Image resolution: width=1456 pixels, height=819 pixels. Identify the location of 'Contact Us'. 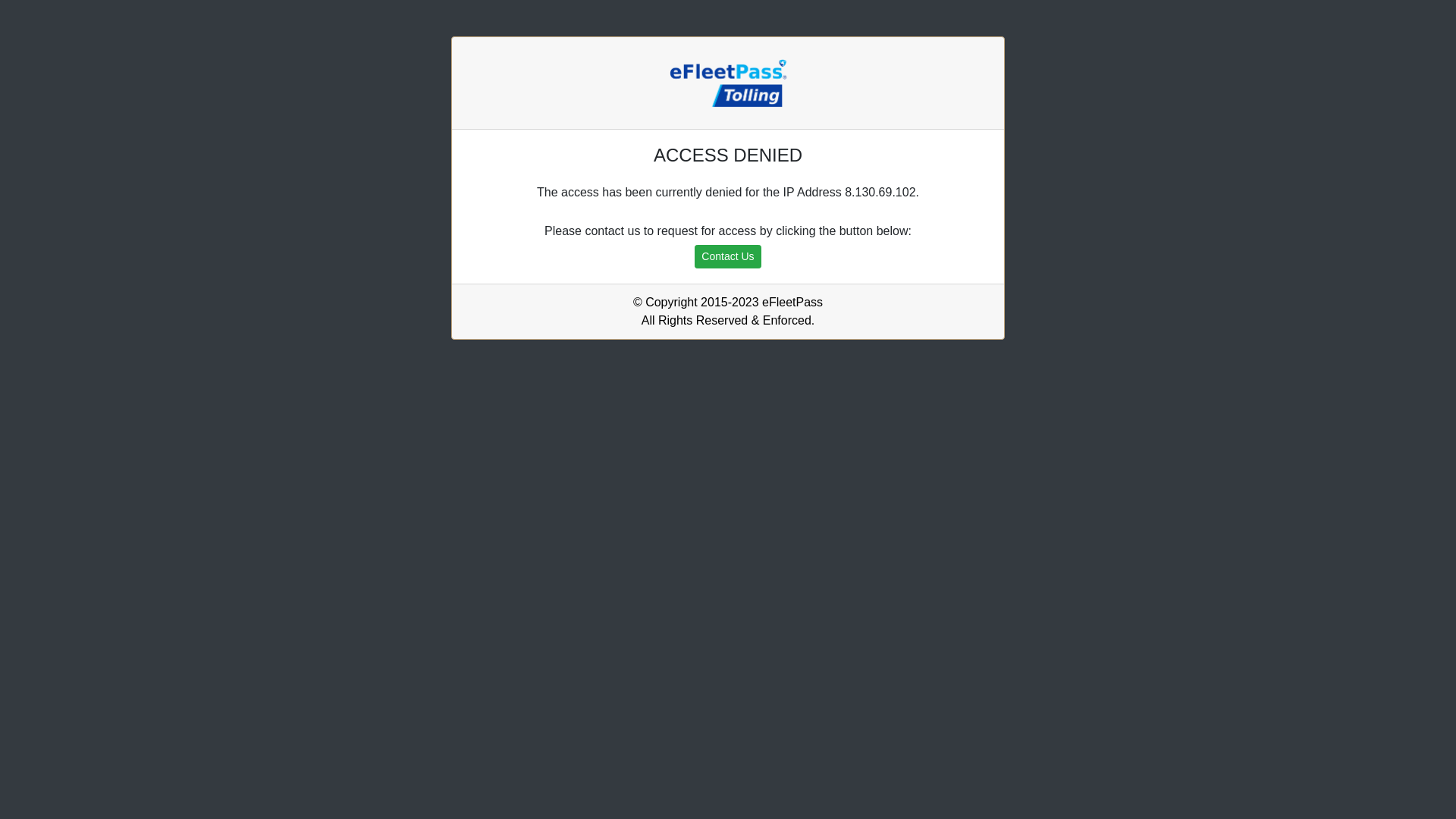
(694, 256).